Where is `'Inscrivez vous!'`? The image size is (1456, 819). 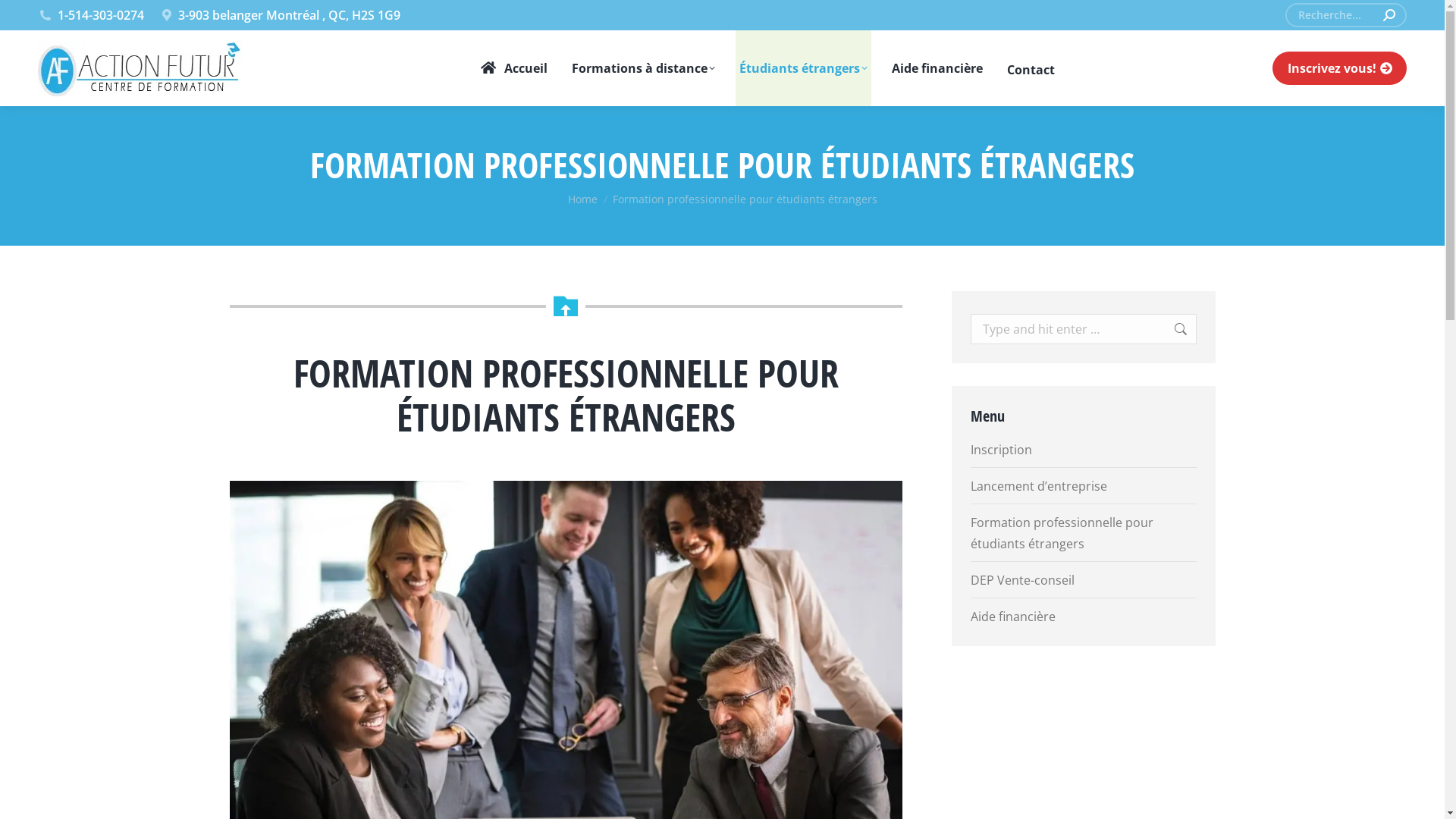
'Inscrivez vous!' is located at coordinates (1339, 67).